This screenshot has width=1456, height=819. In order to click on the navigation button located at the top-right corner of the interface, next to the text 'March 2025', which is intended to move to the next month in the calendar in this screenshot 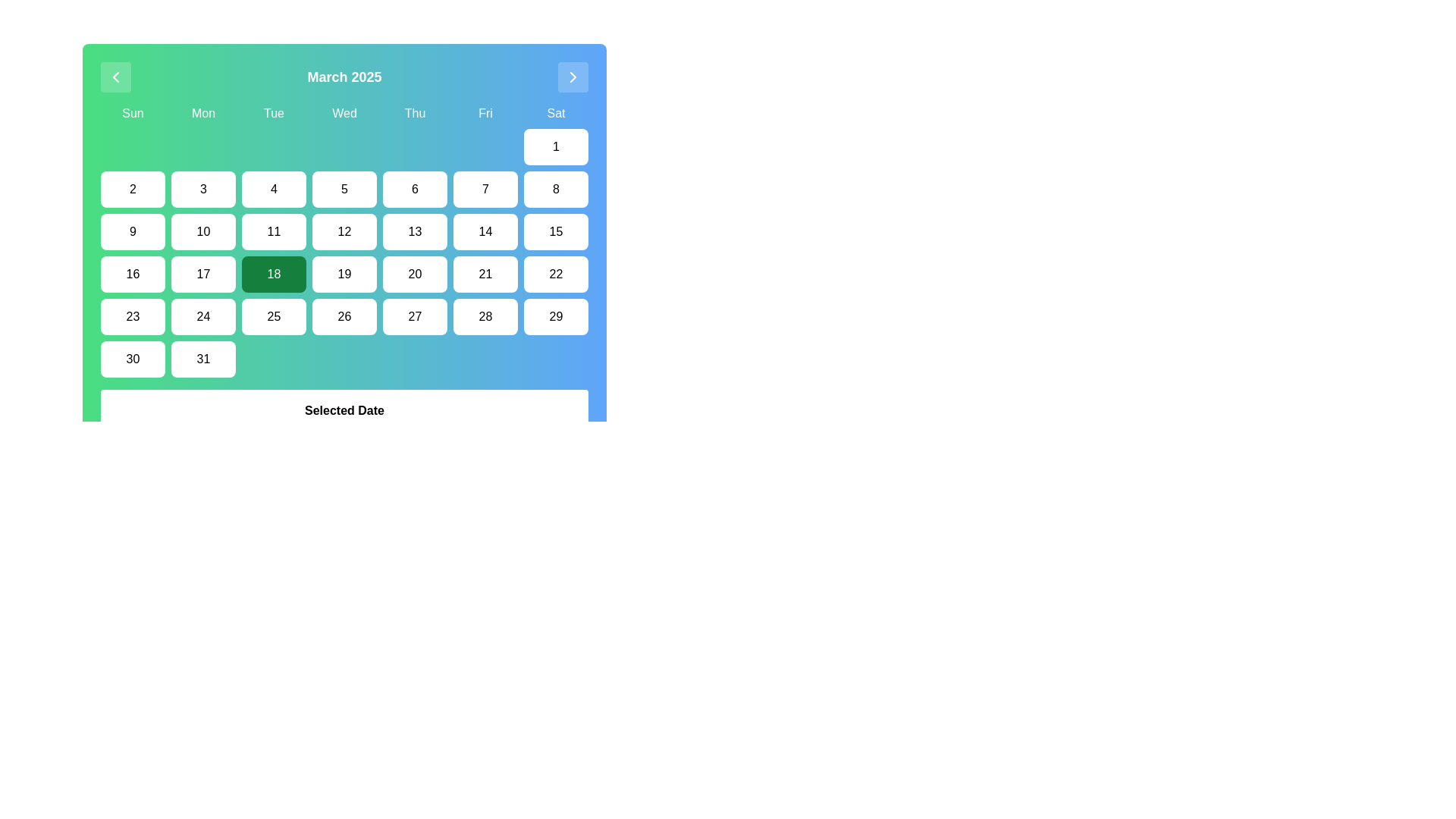, I will do `click(572, 77)`.